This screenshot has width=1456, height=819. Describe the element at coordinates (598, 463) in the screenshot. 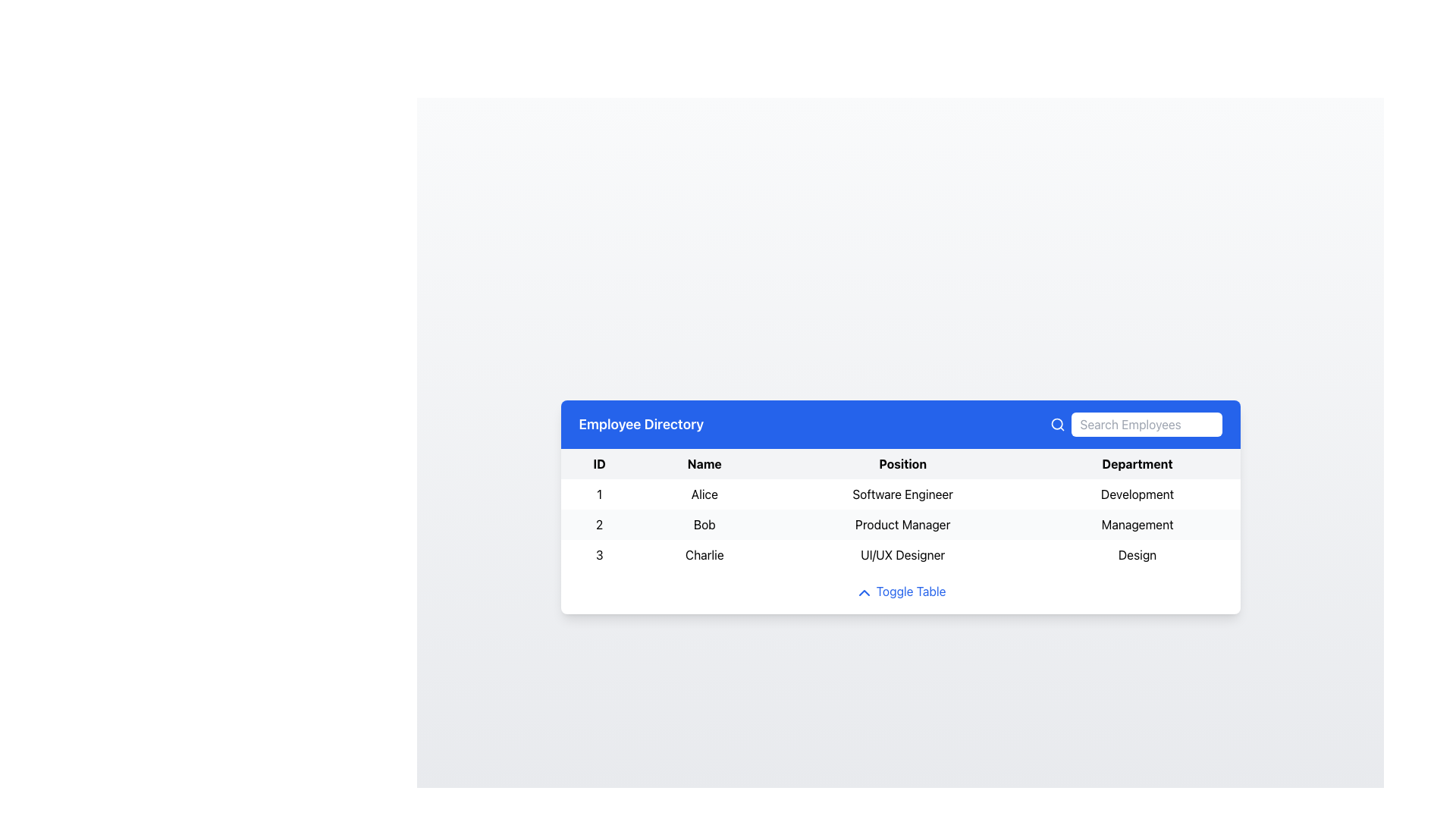

I see `the 'ID' column header in the table, which is the first header item indicating identifier values for the entities listed` at that location.